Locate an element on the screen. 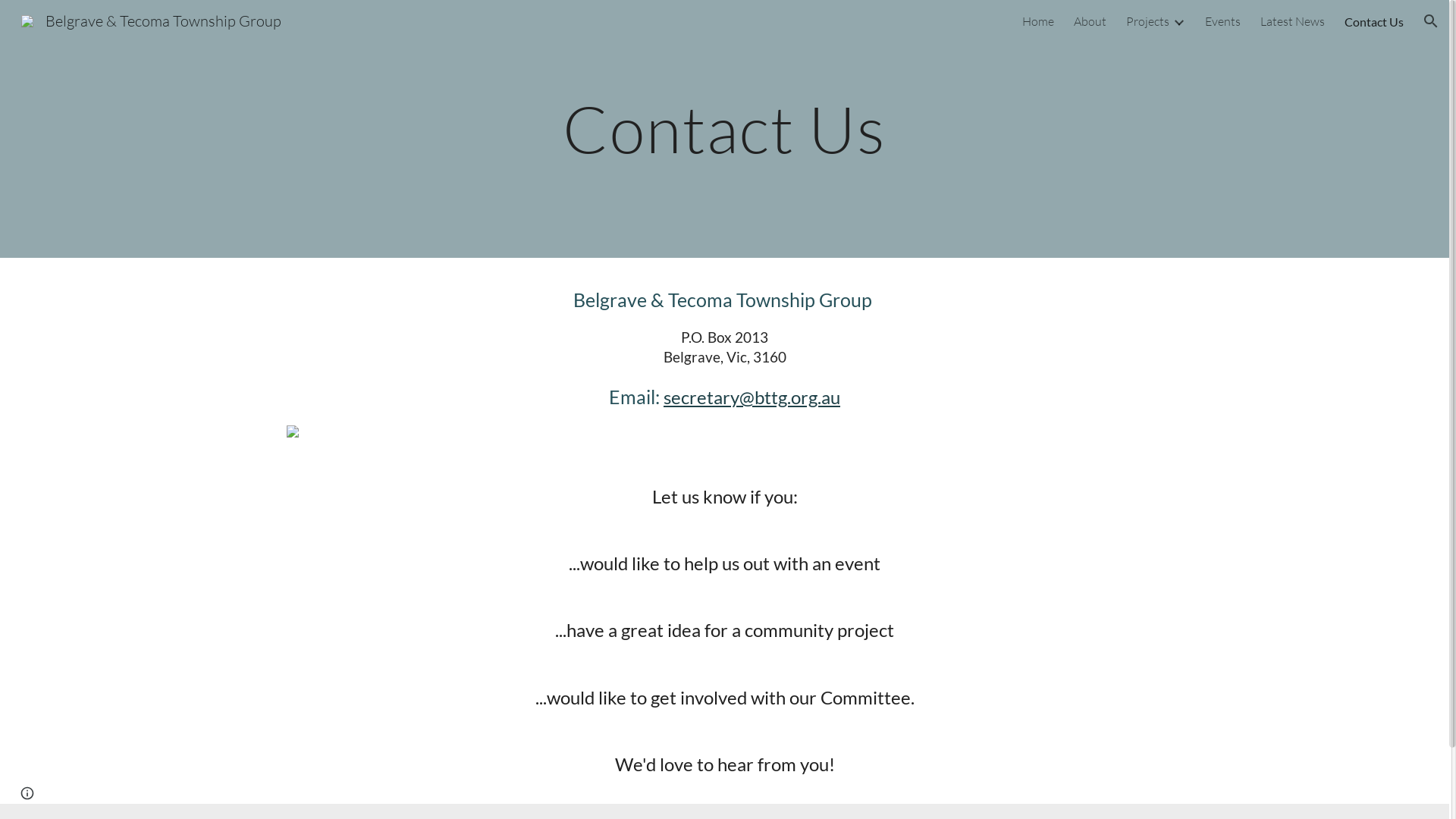 The width and height of the screenshot is (1456, 819). 'About' is located at coordinates (1073, 20).